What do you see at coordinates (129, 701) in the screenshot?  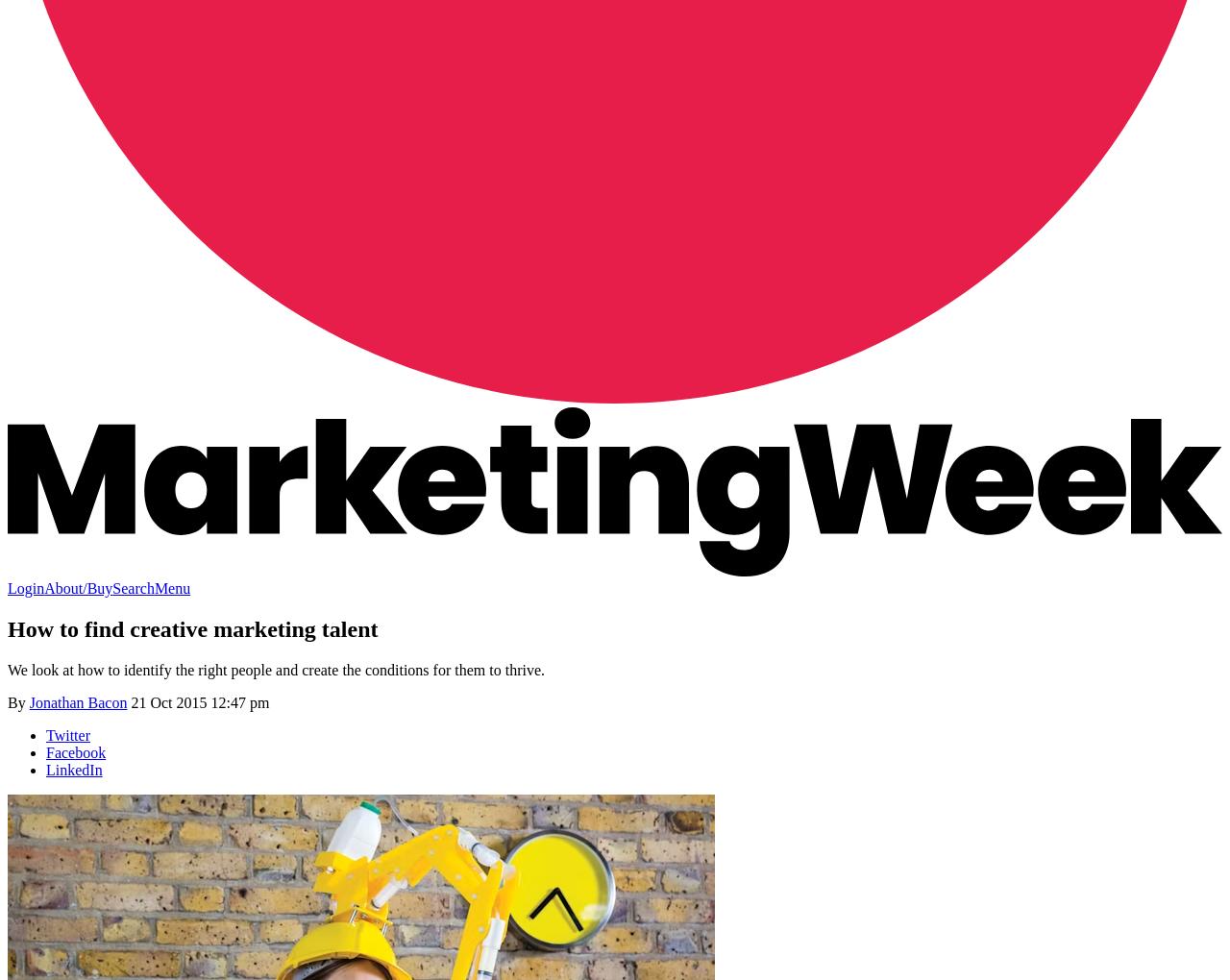 I see `'21 Oct 2015'` at bounding box center [129, 701].